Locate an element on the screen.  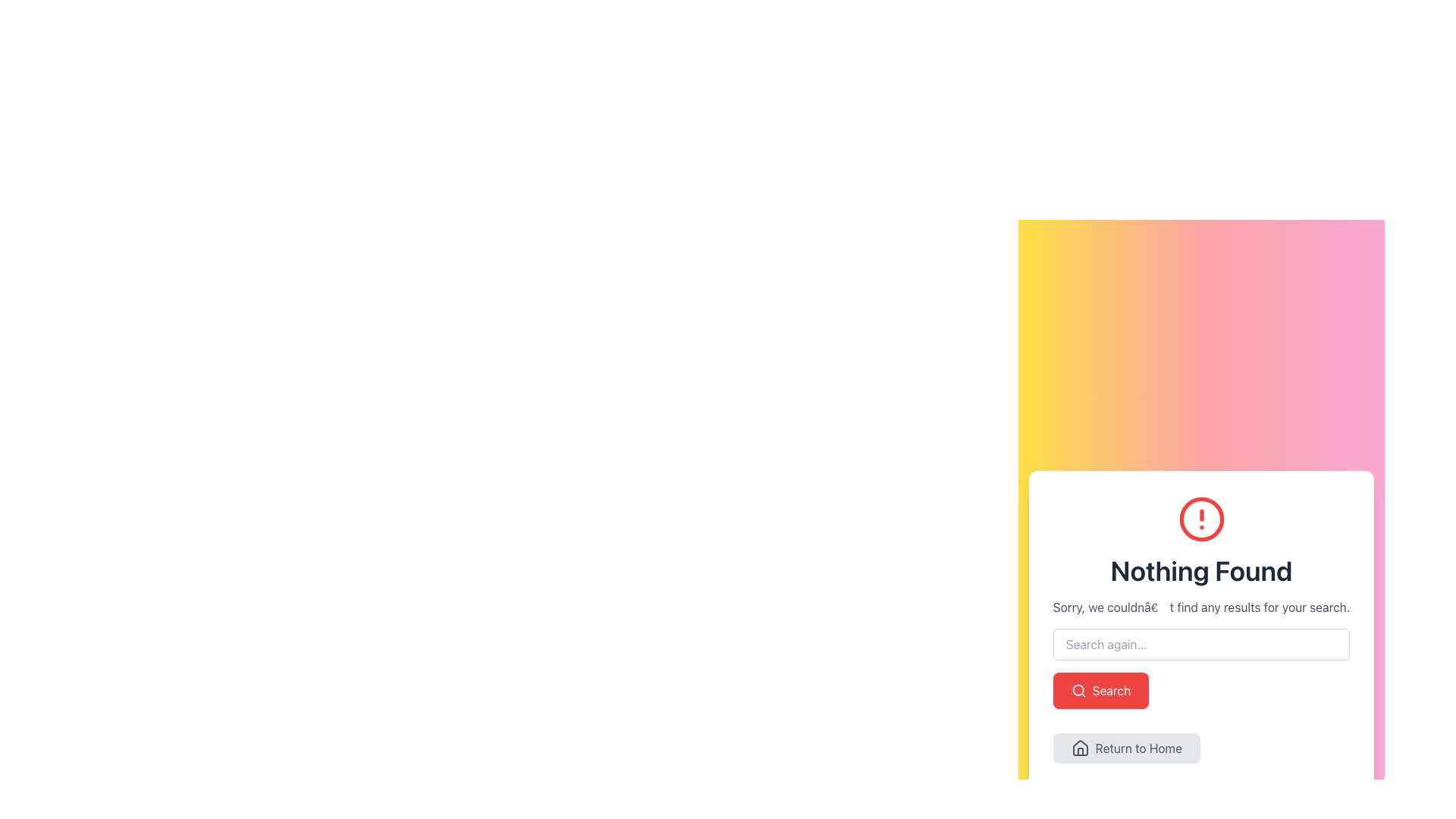
the 'Return to Home' button, which is a horizontally-aligned button with a light gray background and a house icon on the left, located near the lower section of the layout is located at coordinates (1126, 748).